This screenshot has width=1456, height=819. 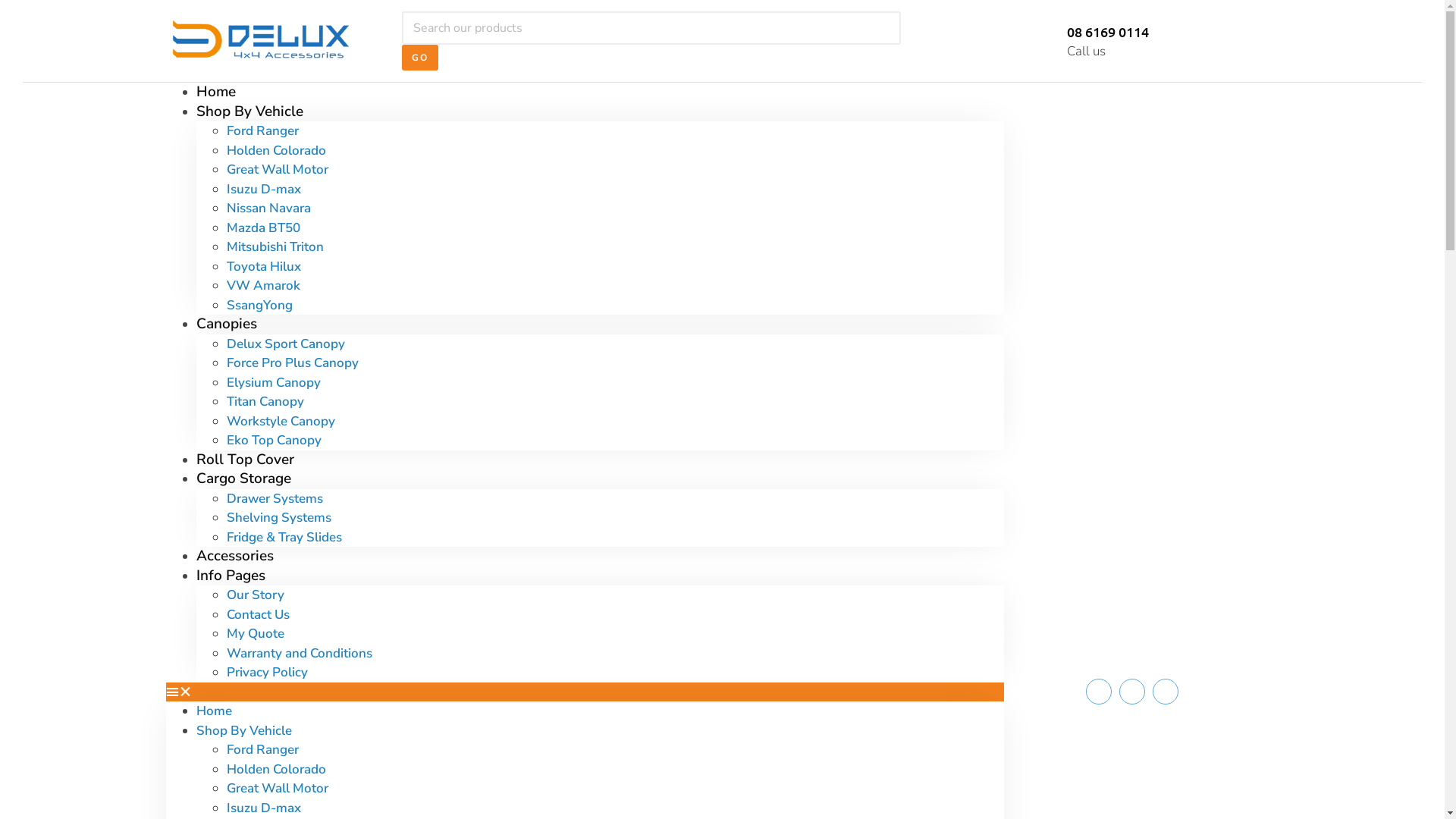 What do you see at coordinates (262, 188) in the screenshot?
I see `'Isuzu D-max'` at bounding box center [262, 188].